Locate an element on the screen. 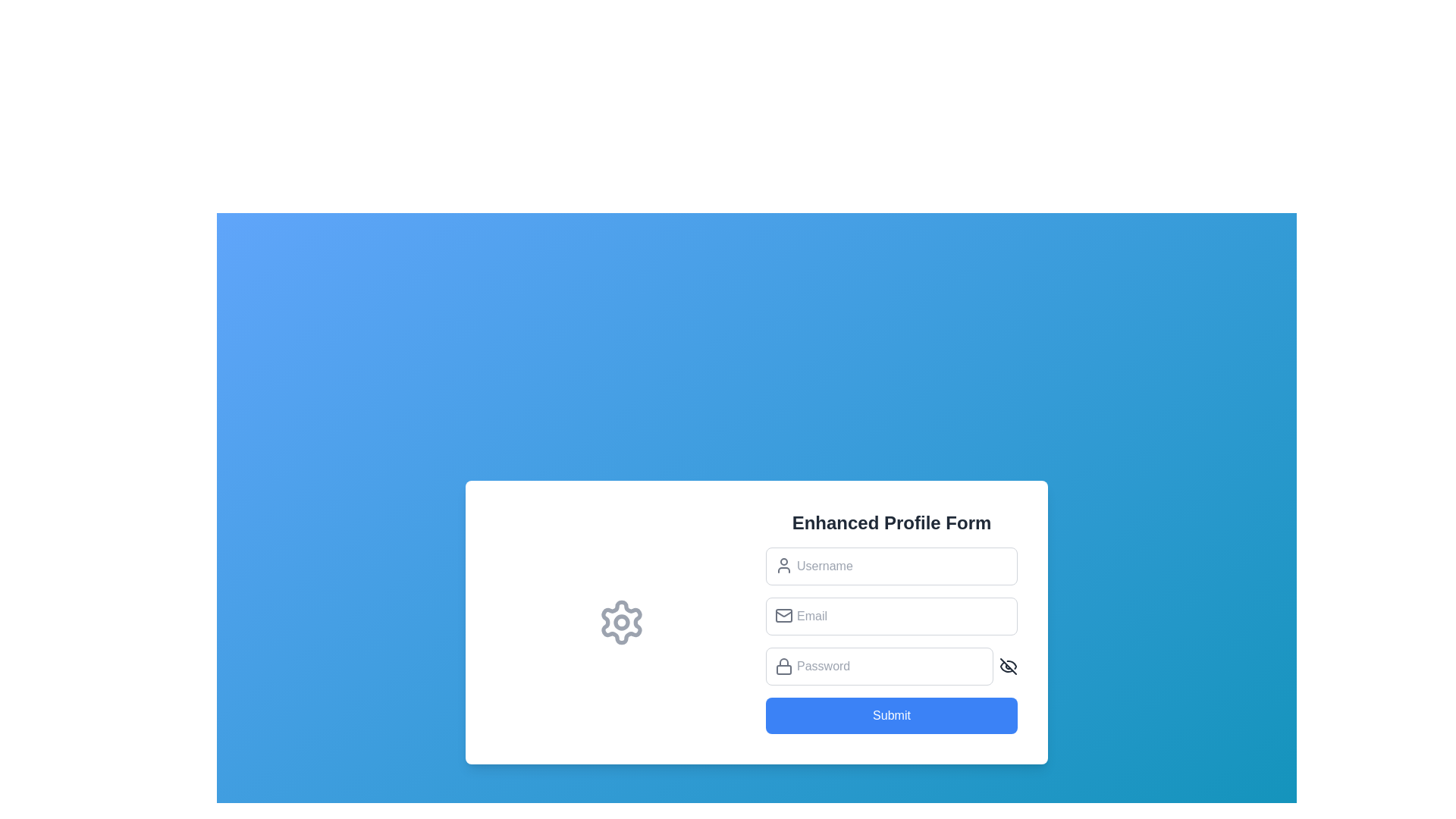 This screenshot has width=1456, height=819. the prominent 'Submit' button with a vibrant blue background and white text to trigger its hover effect, changing its color to a darker shade of blue is located at coordinates (892, 716).